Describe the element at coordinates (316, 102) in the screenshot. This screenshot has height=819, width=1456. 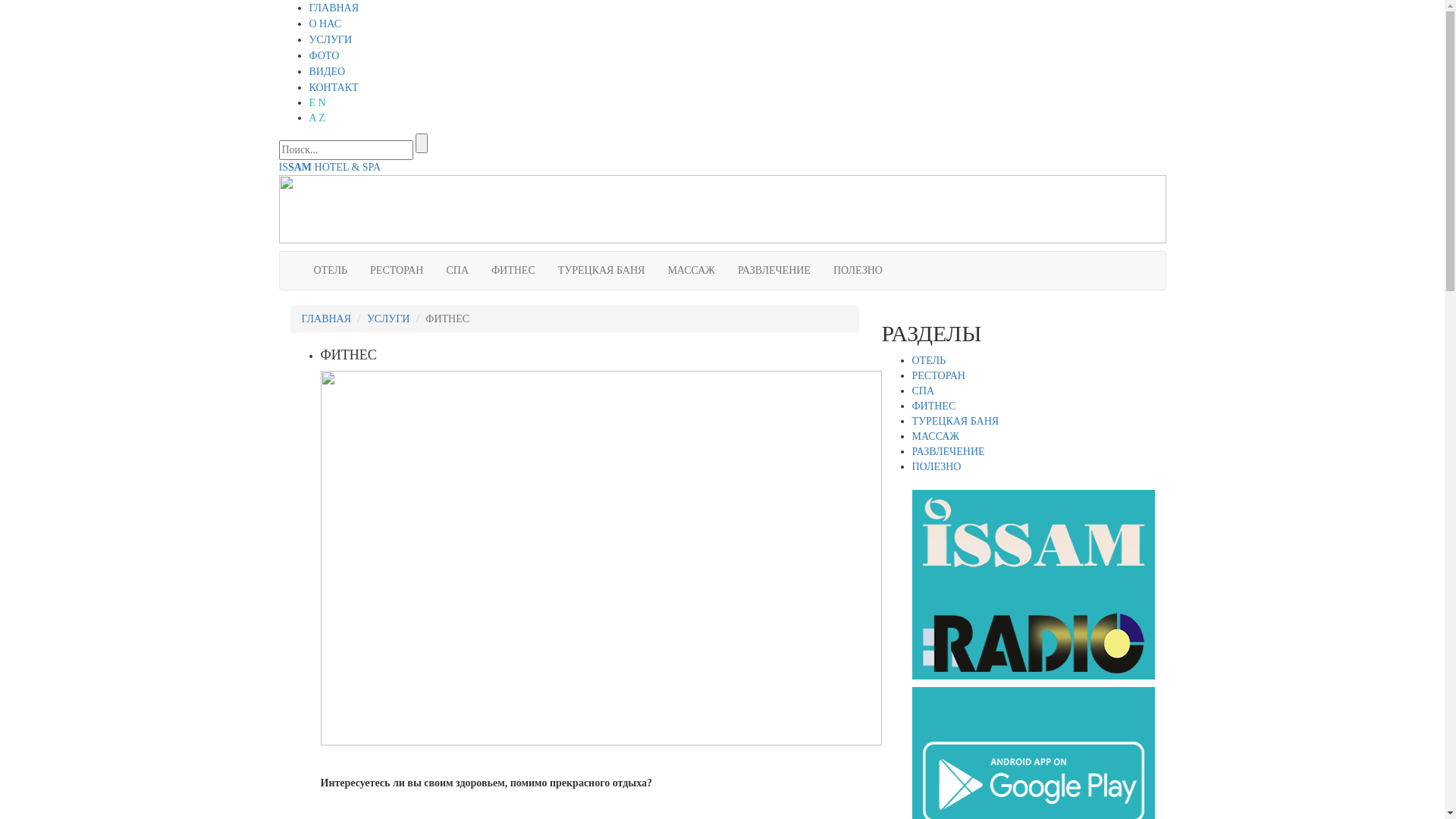
I see `'E N'` at that location.